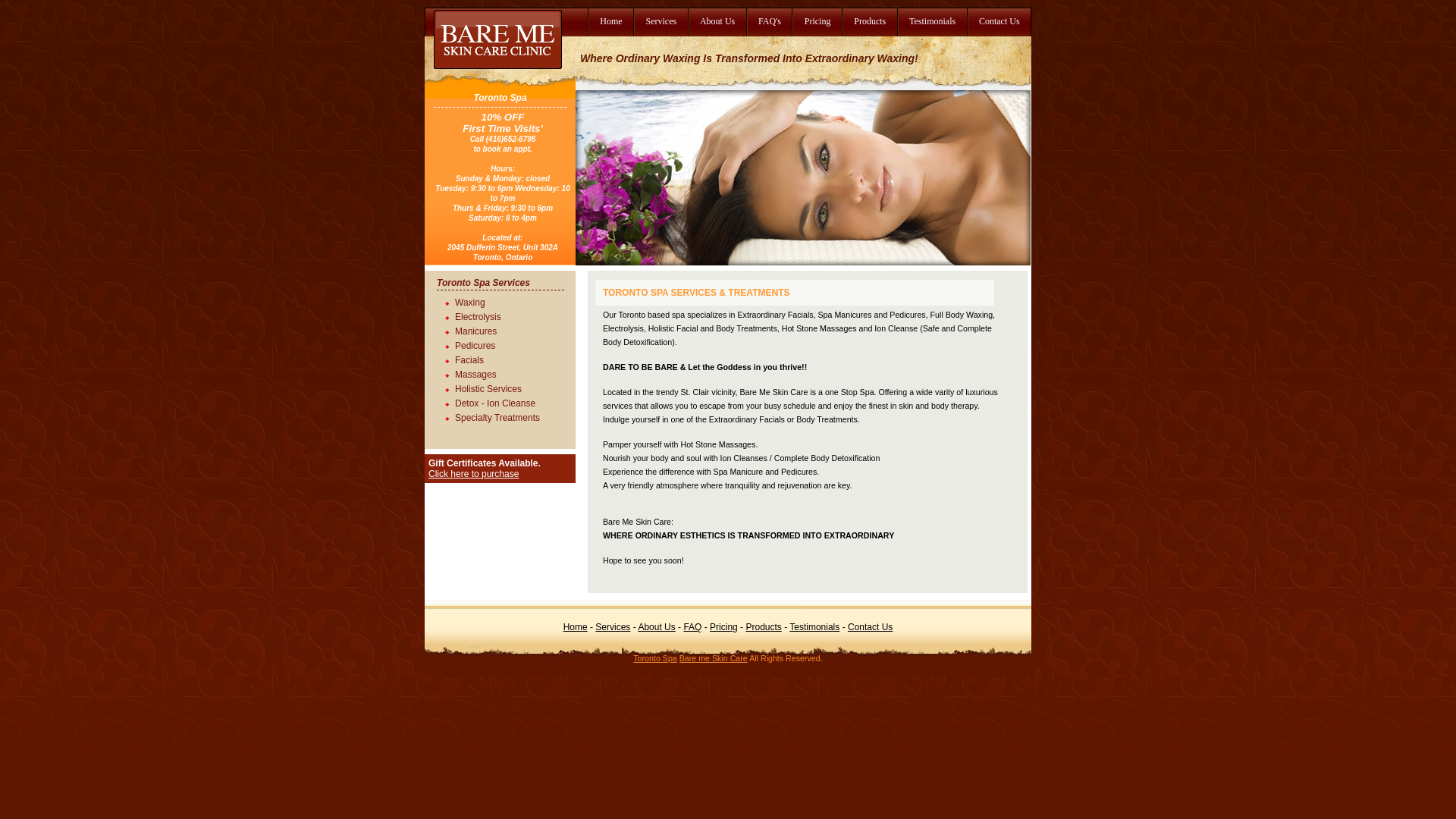 The width and height of the screenshot is (1456, 819). Describe the element at coordinates (723, 626) in the screenshot. I see `'Pricing'` at that location.